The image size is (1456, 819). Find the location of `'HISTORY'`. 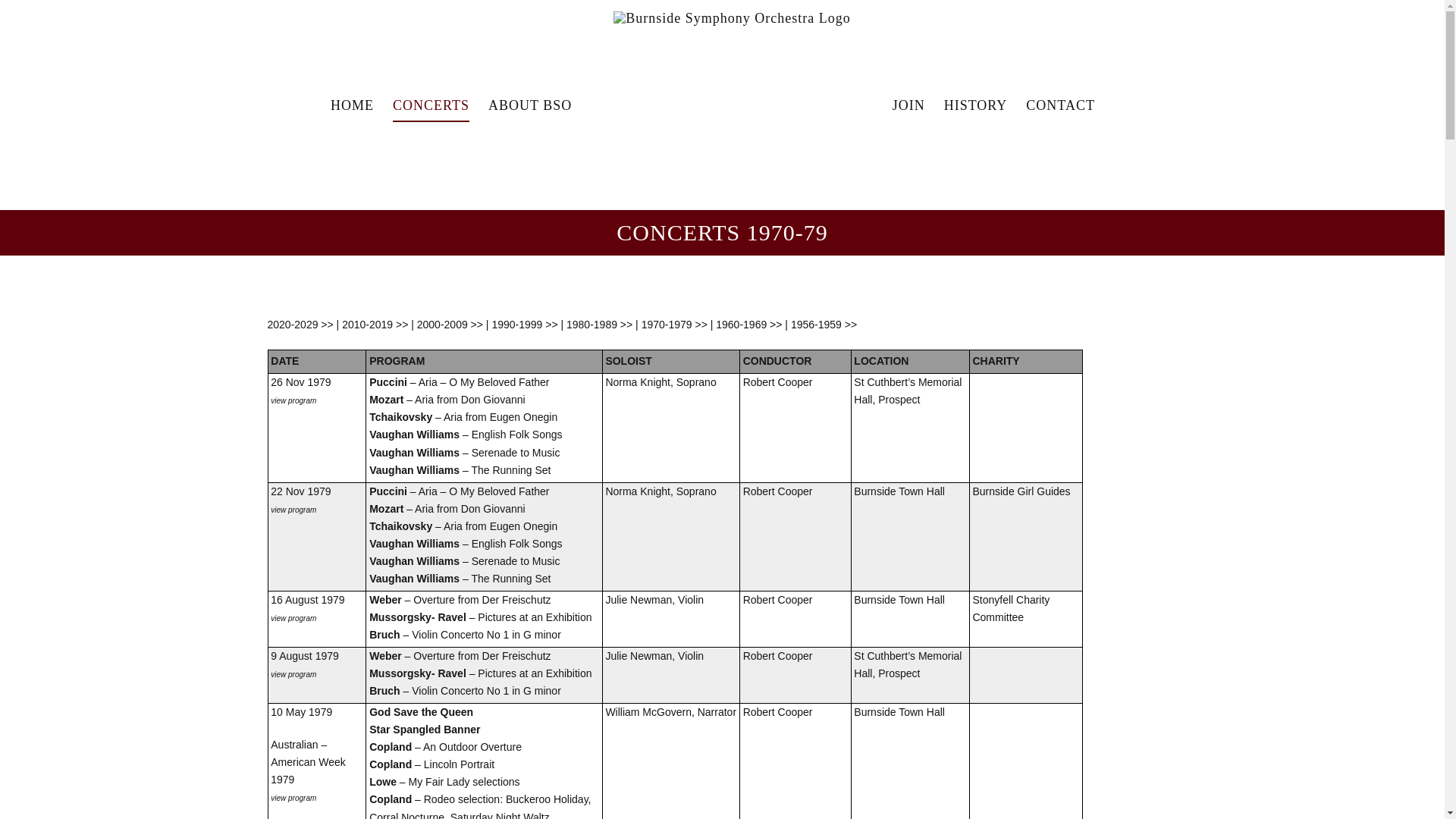

'HISTORY' is located at coordinates (975, 104).